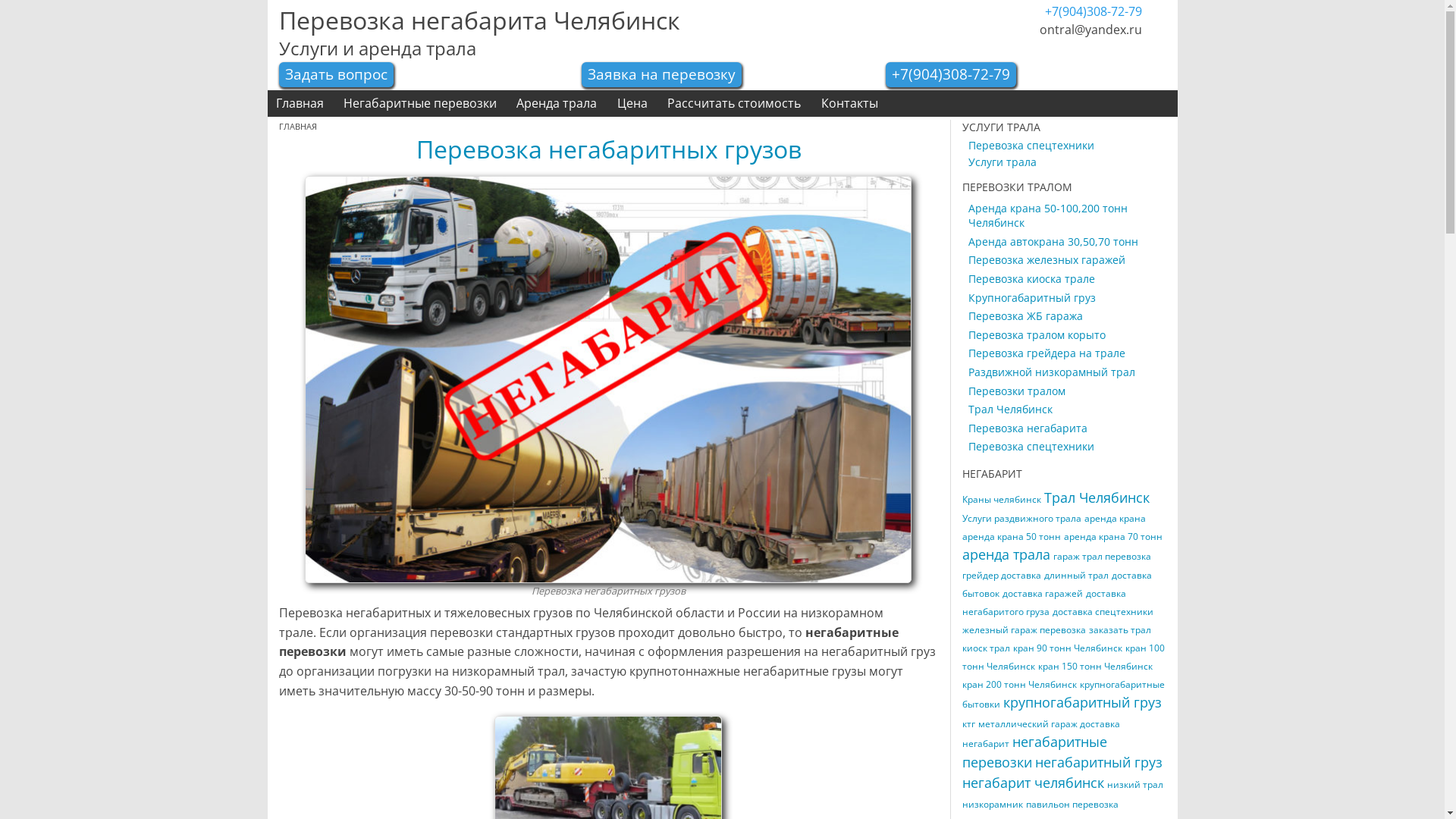 This screenshot has height=819, width=1456. Describe the element at coordinates (1093, 11) in the screenshot. I see `'+7(904)308-72-79'` at that location.